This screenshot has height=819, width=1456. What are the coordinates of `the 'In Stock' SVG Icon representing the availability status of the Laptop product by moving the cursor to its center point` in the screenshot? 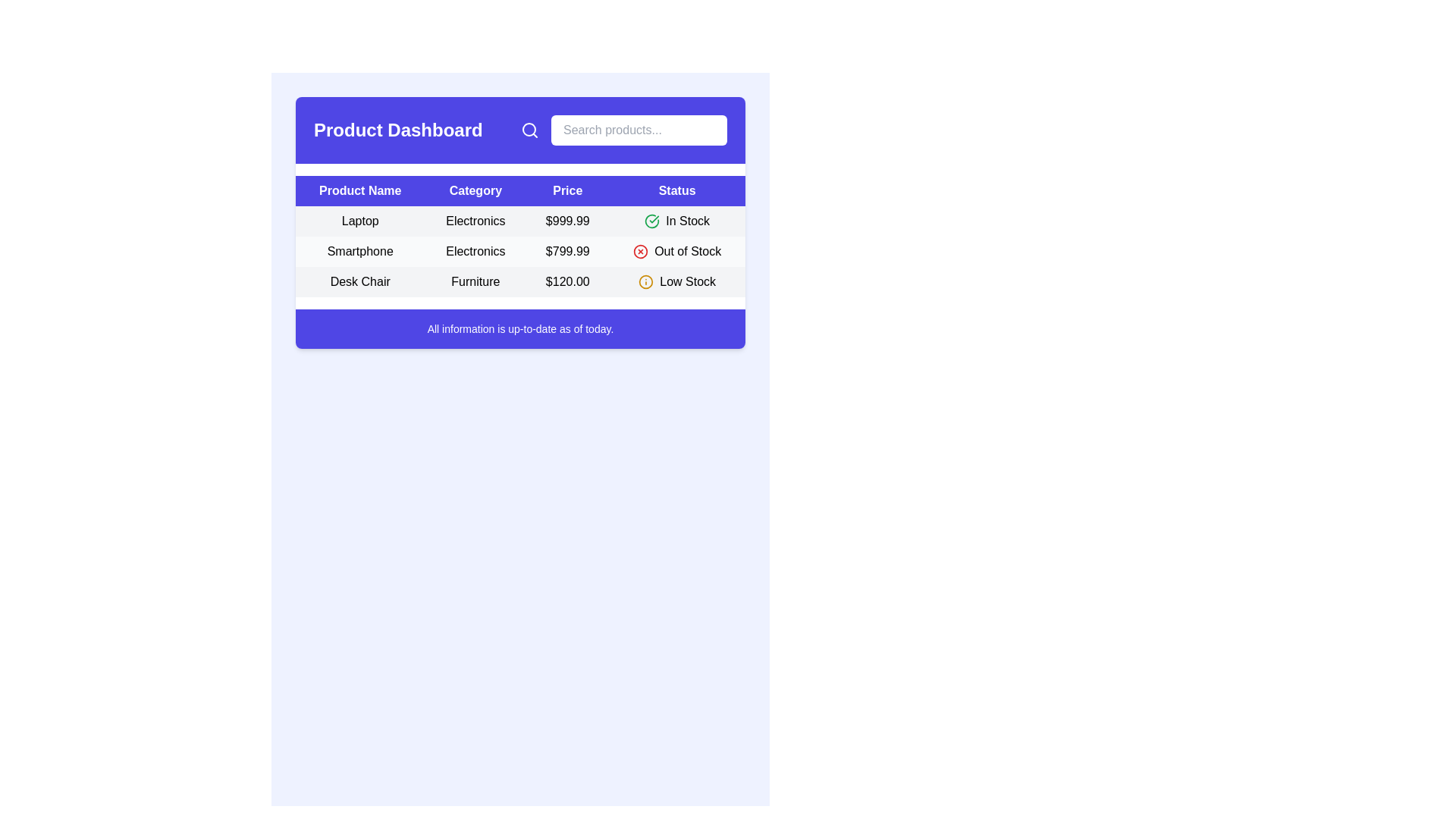 It's located at (652, 221).